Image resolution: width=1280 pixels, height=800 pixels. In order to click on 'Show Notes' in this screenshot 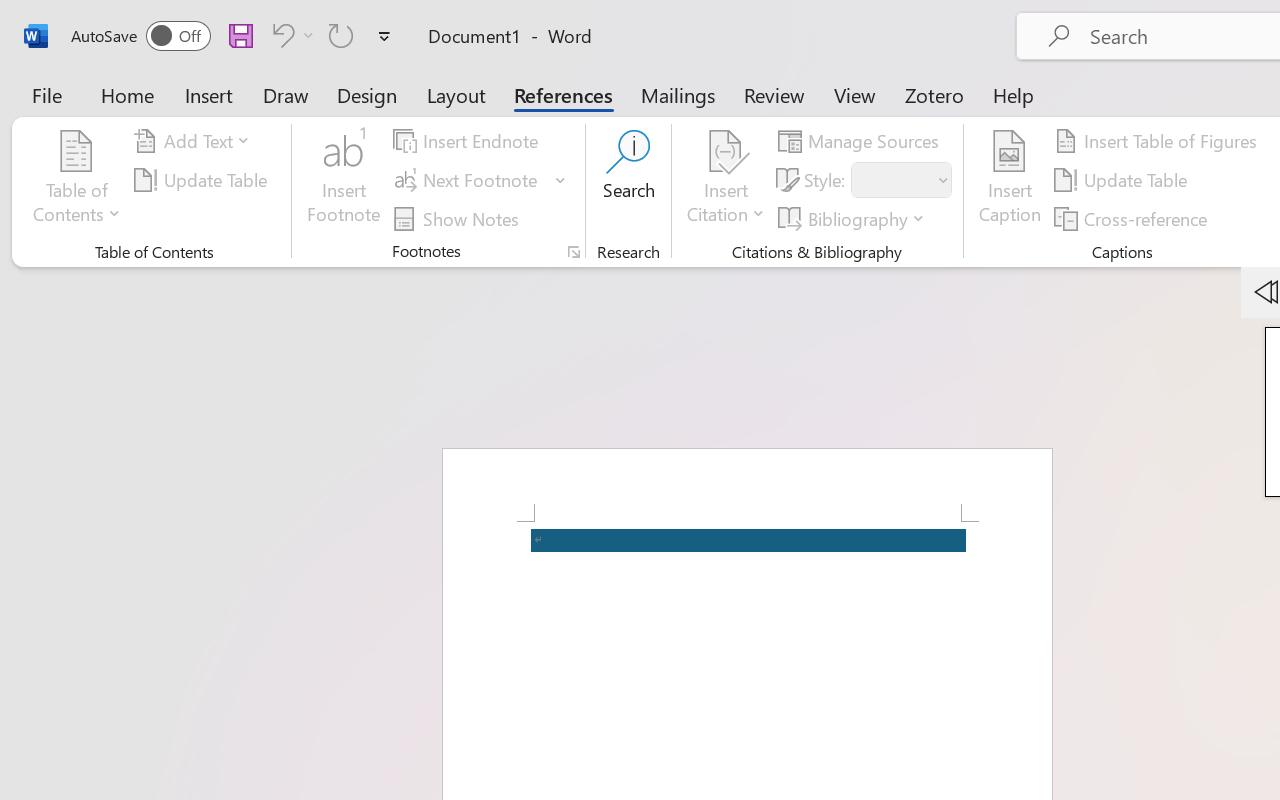, I will do `click(458, 218)`.